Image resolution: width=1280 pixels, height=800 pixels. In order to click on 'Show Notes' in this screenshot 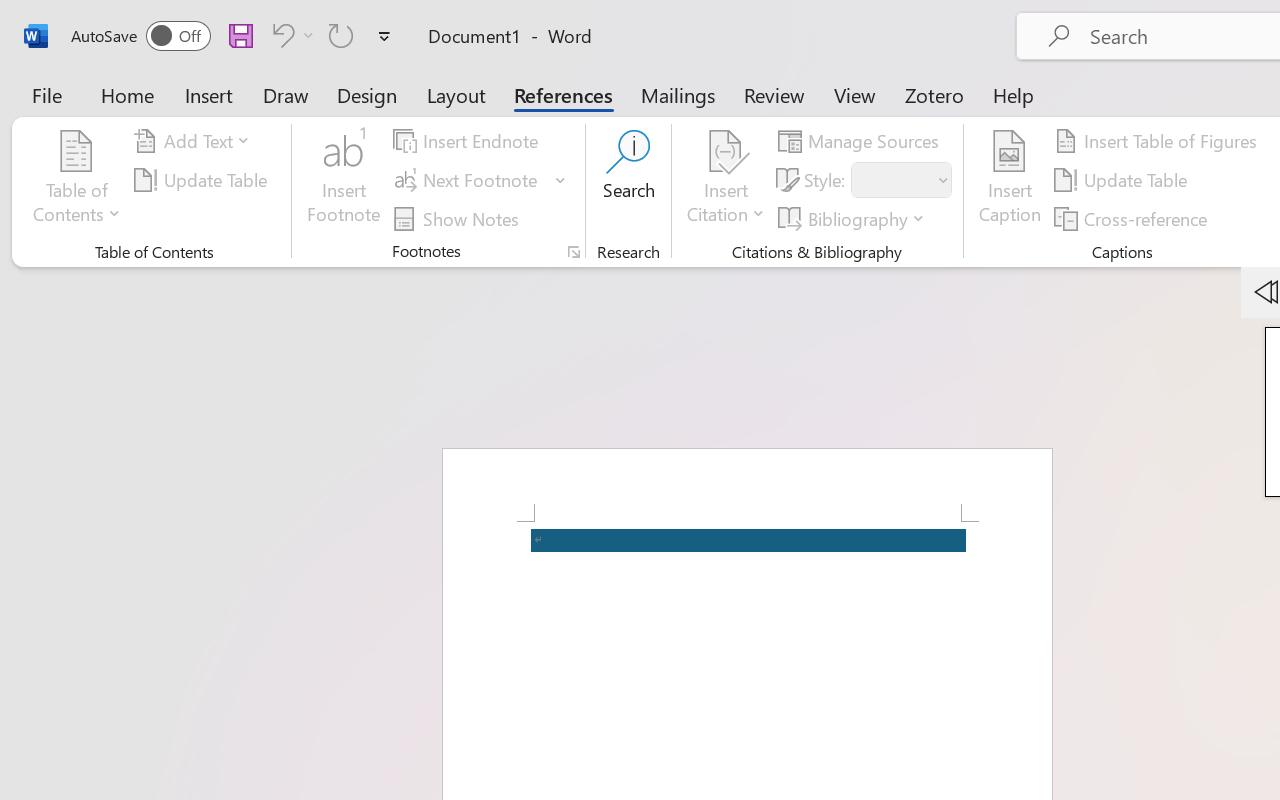, I will do `click(458, 218)`.